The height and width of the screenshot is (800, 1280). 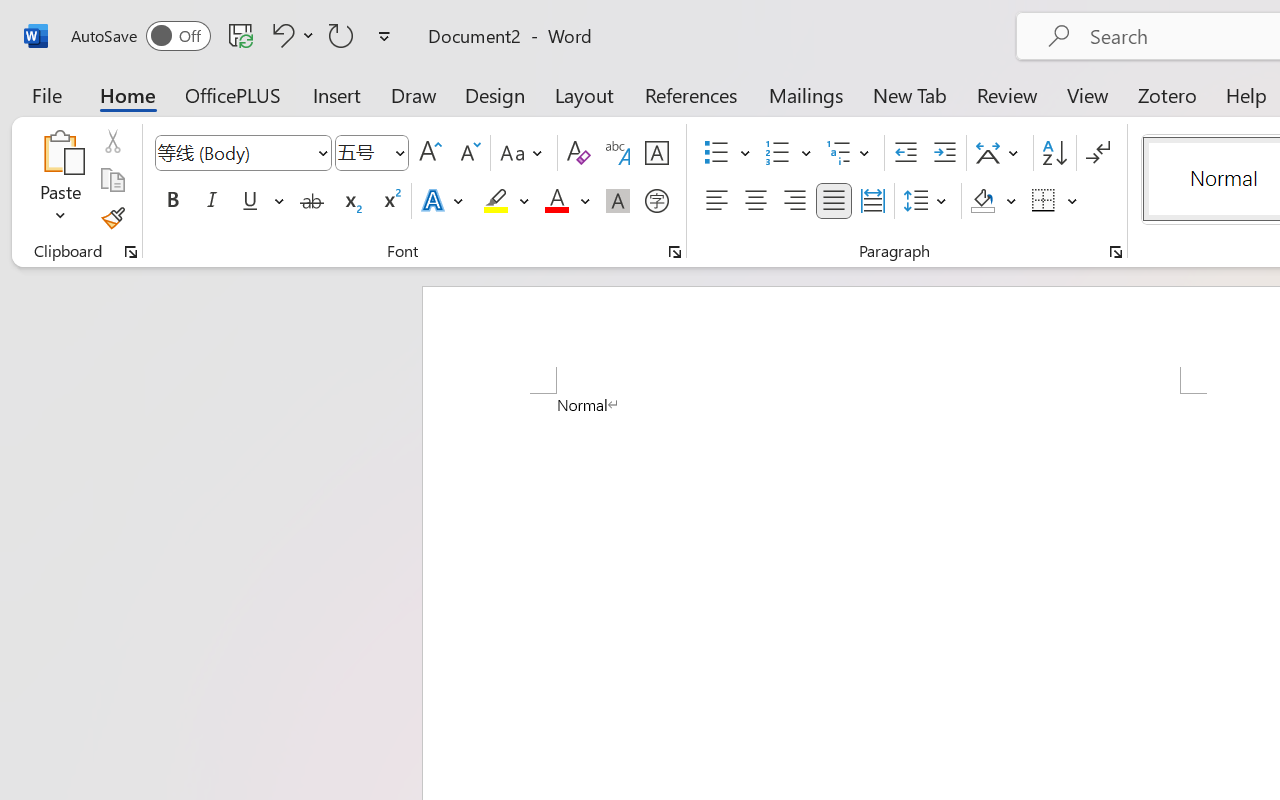 What do you see at coordinates (362, 152) in the screenshot?
I see `'Font Size'` at bounding box center [362, 152].